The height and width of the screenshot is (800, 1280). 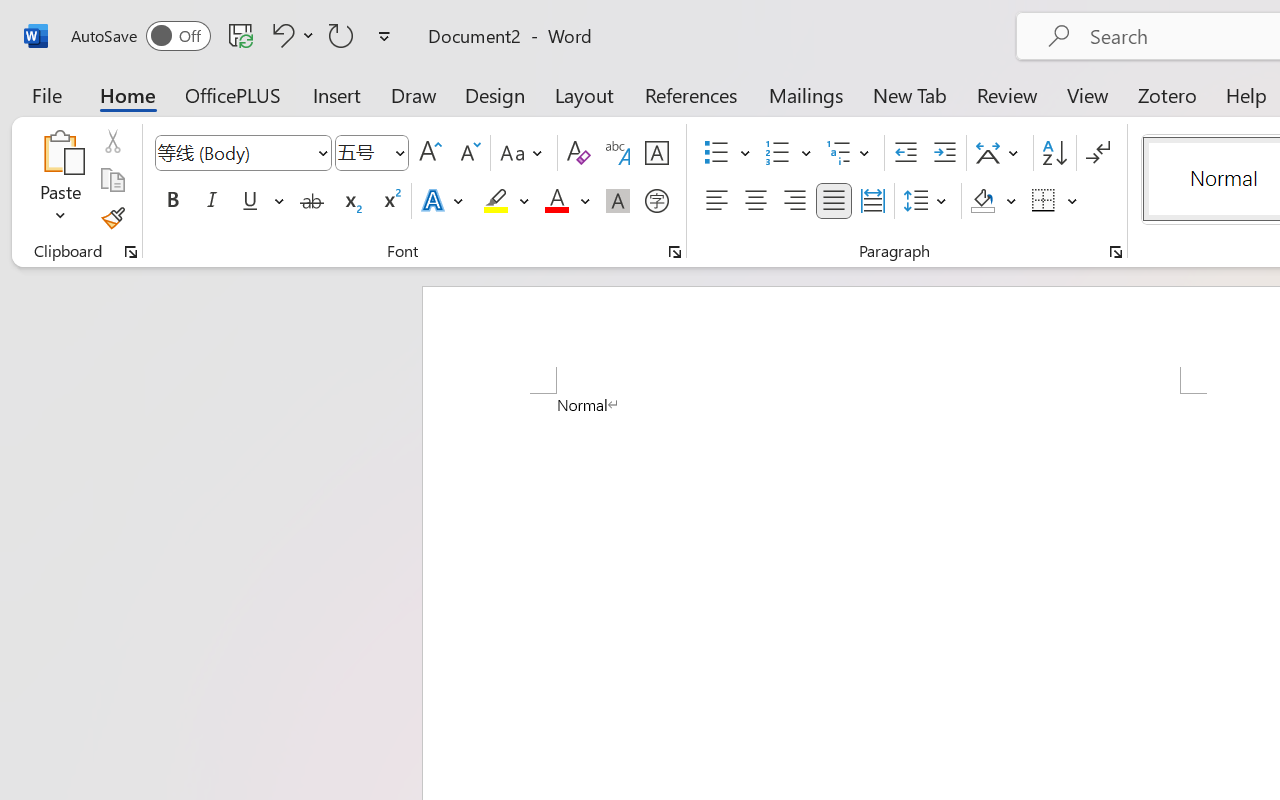 What do you see at coordinates (362, 152) in the screenshot?
I see `'Font Size'` at bounding box center [362, 152].